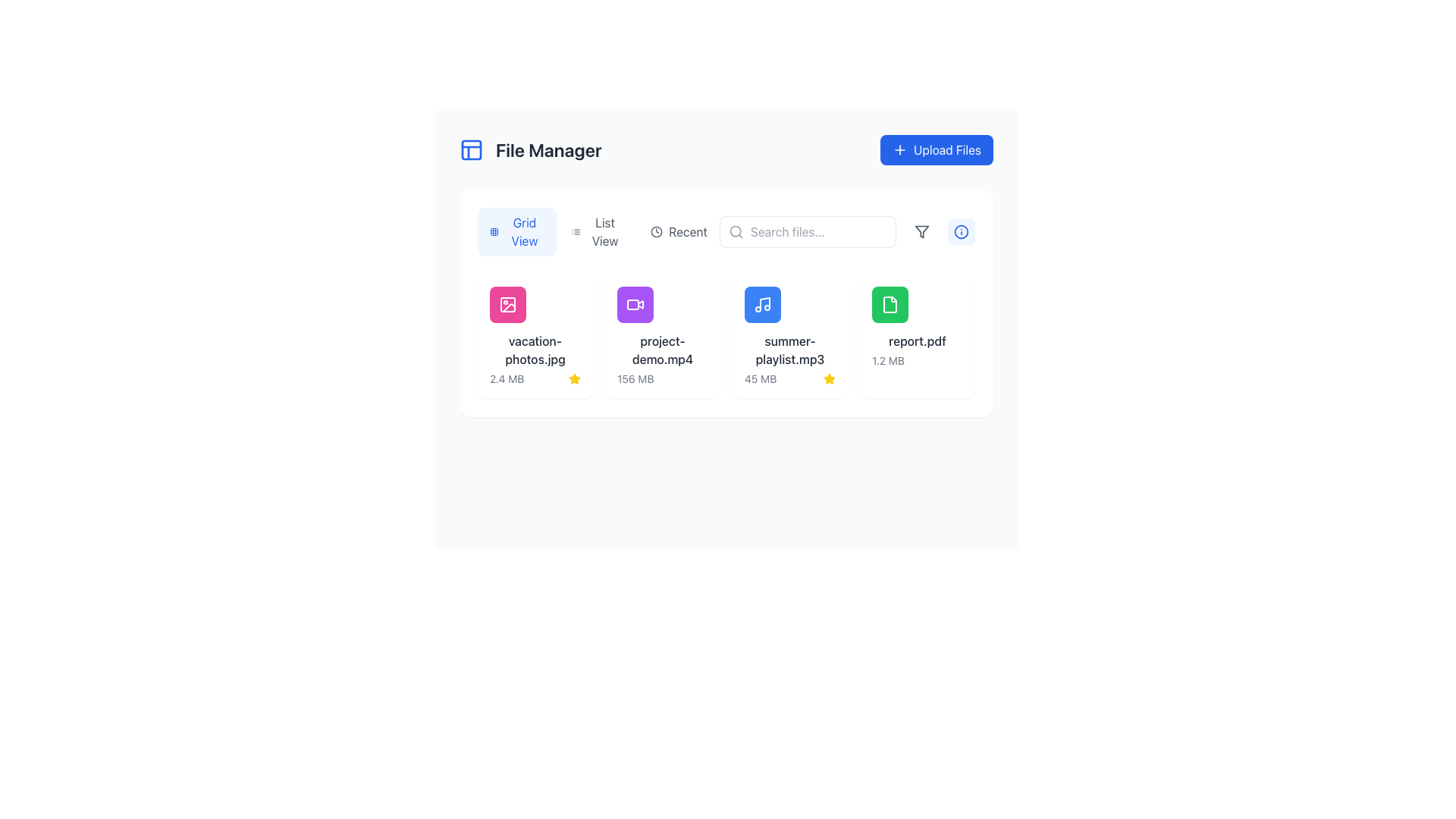 The image size is (1456, 819). Describe the element at coordinates (575, 231) in the screenshot. I see `the list icon represented by three horizontal lines, located within the 'List View' button in the toolbar` at that location.